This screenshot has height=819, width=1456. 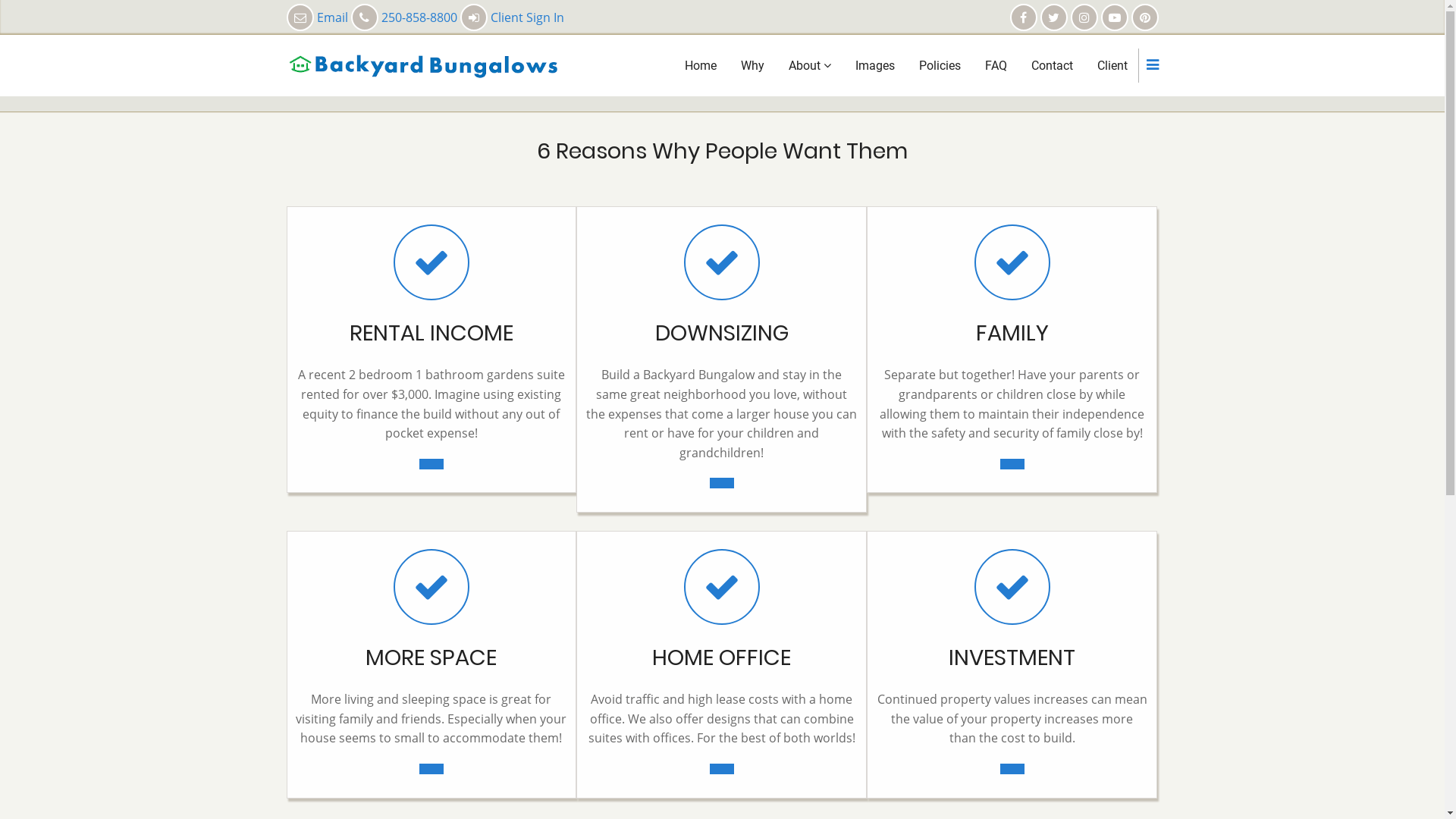 I want to click on 'FAQ', so click(x=973, y=65).